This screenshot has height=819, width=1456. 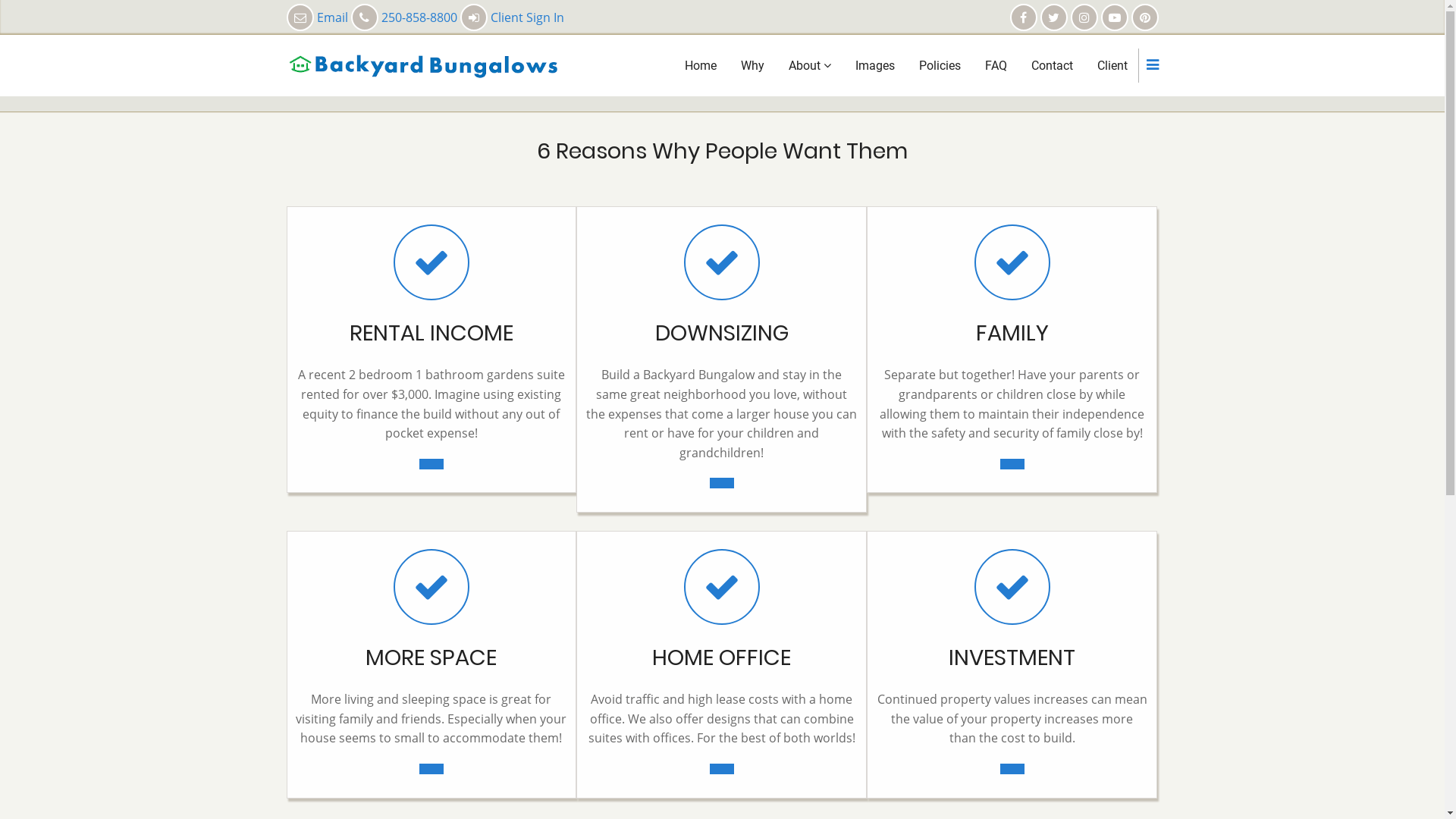 I want to click on 'FAQ', so click(x=973, y=65).